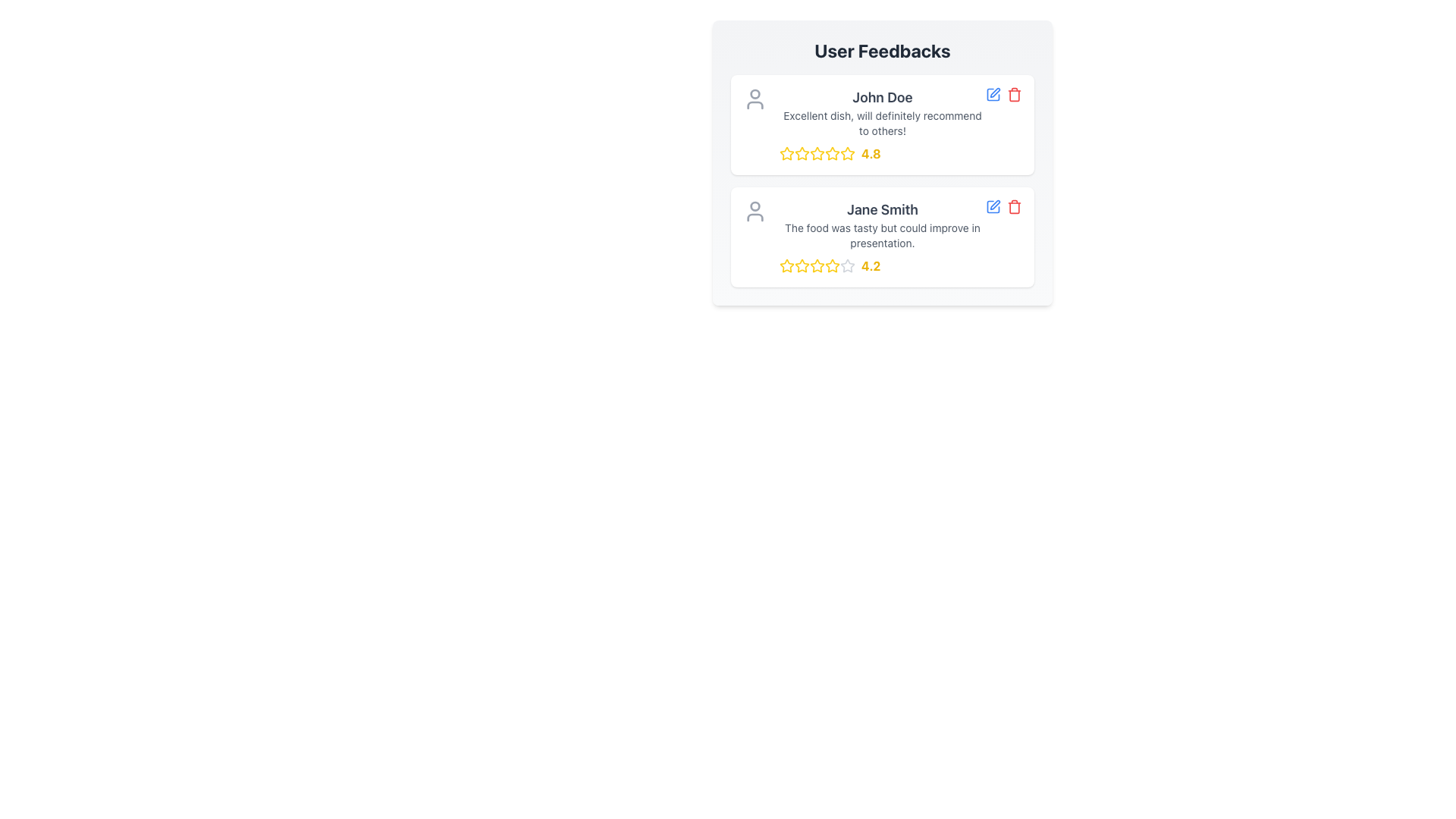  I want to click on the fourth star icon in the rating system for 'John Doe', which allows users to select a rating value, so click(817, 154).